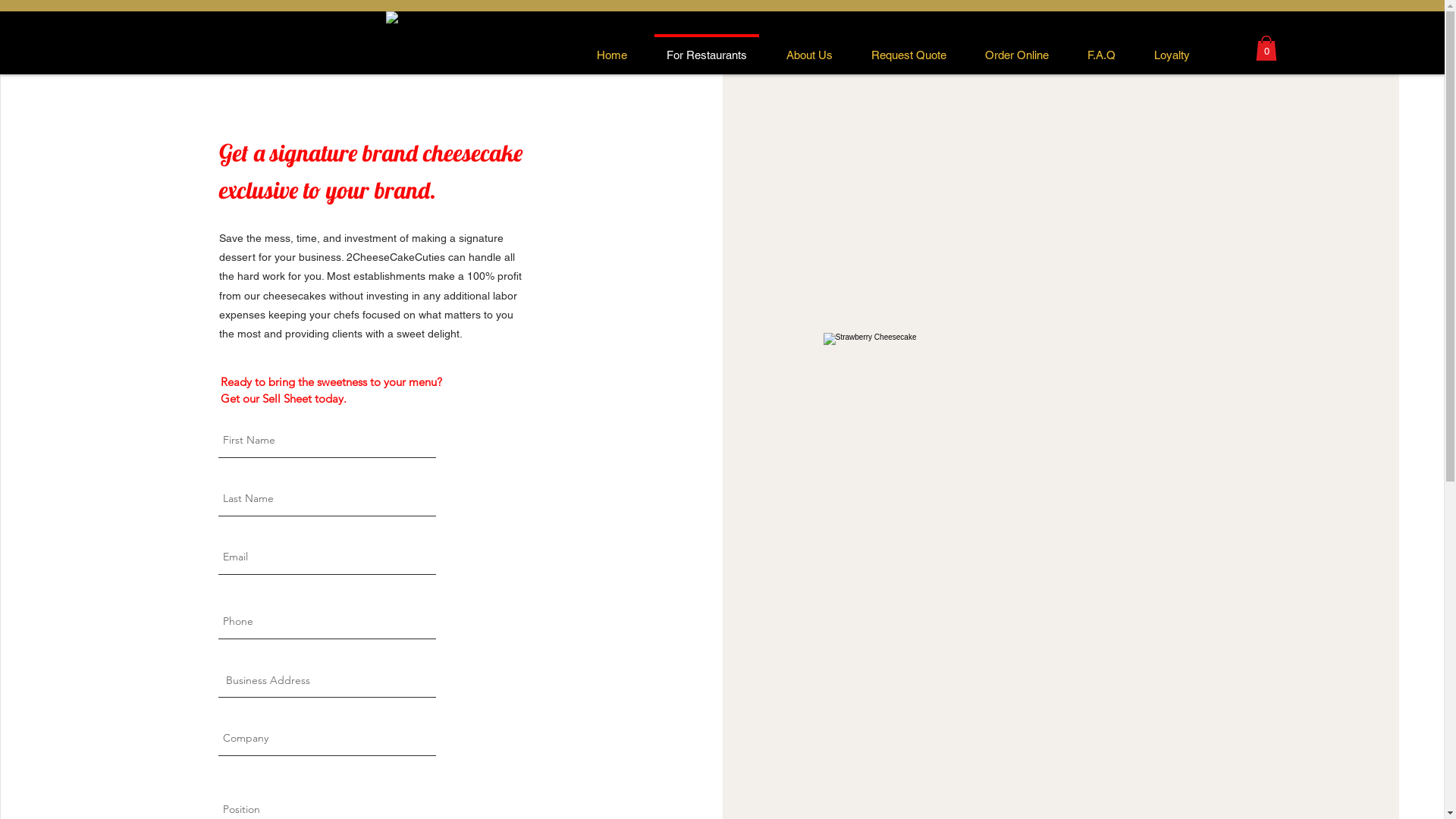 The width and height of the screenshot is (1456, 819). I want to click on '0', so click(1256, 47).